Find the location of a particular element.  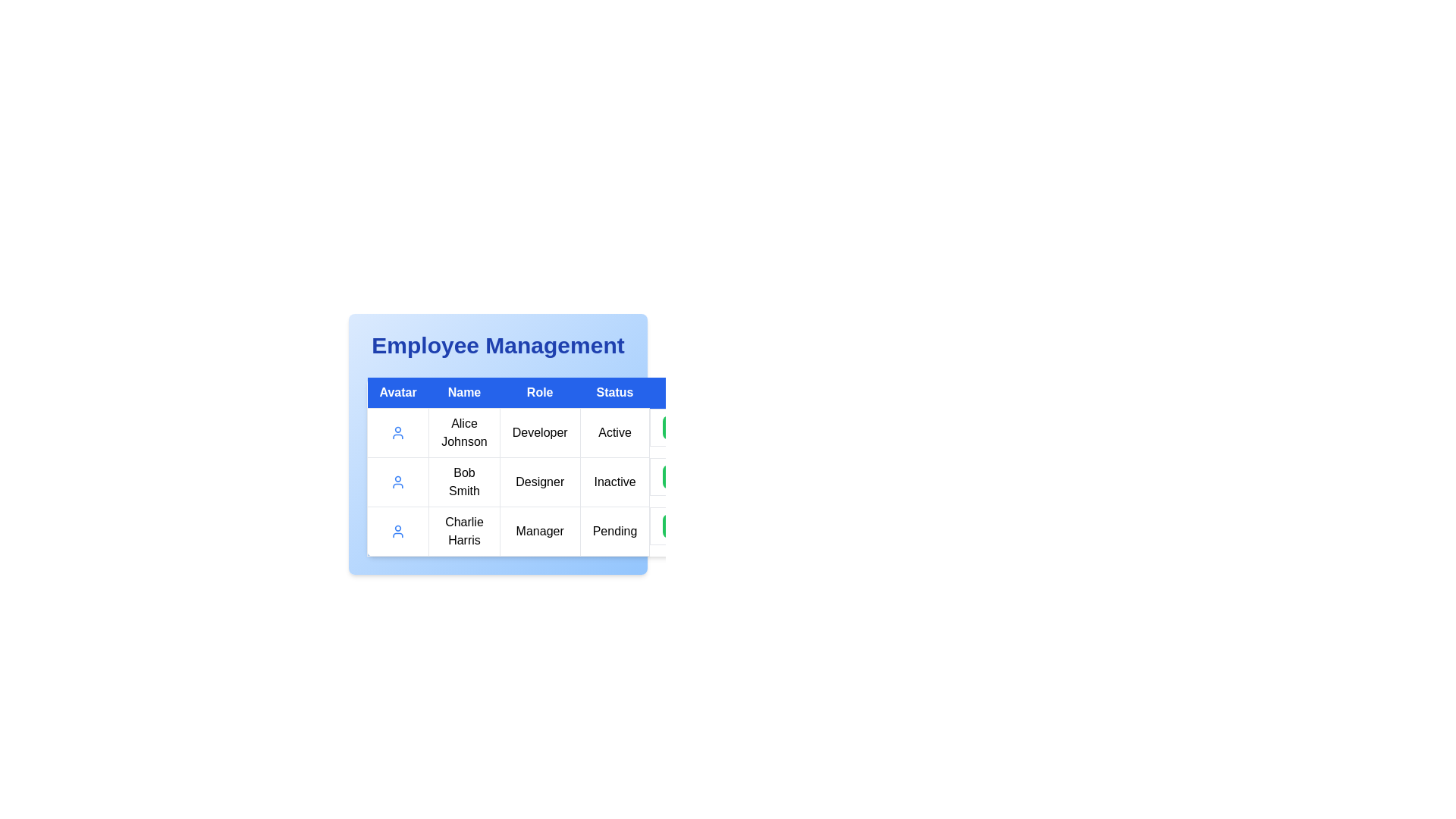

the group of three rounded rectangular buttons (green with checkmark, yellow with pen, red with trash can) in the fourth column associated with 'Bob Smith' under the 'Employee Management' section is located at coordinates (704, 475).